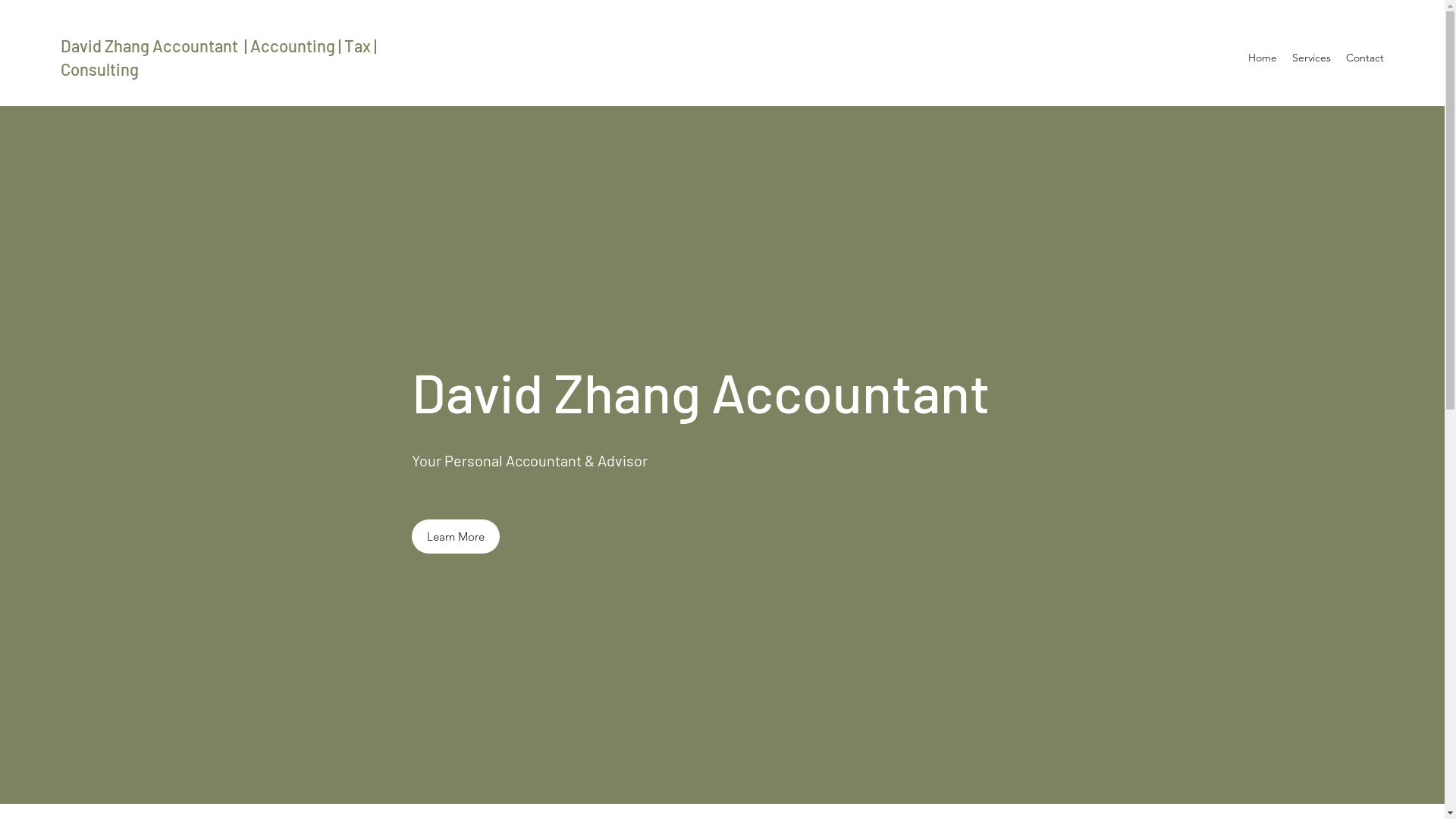 The height and width of the screenshot is (819, 1456). I want to click on 'Learn More', so click(454, 535).